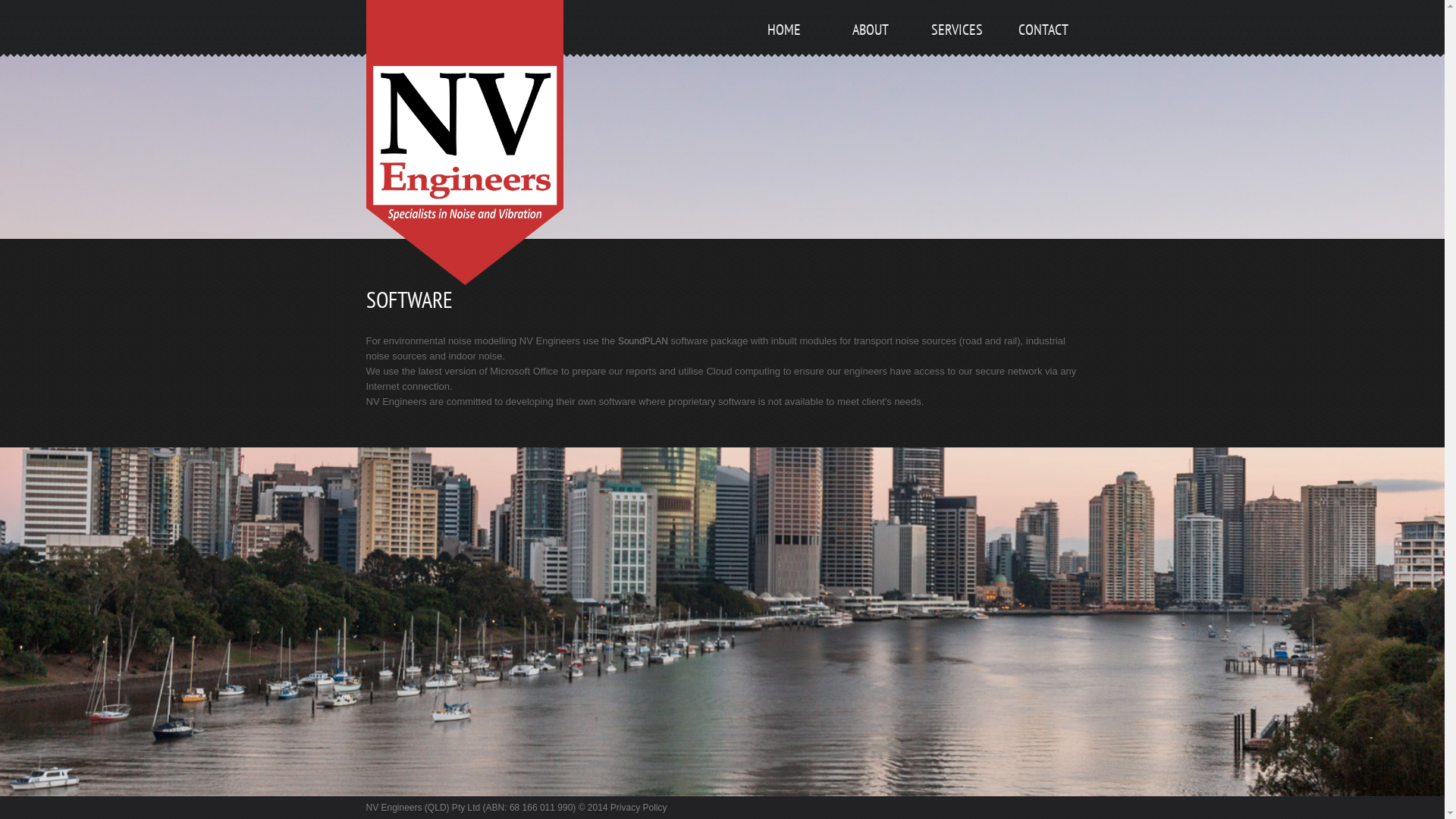 The image size is (1456, 819). Describe the element at coordinates (643, 341) in the screenshot. I see `'SoundPLAN'` at that location.